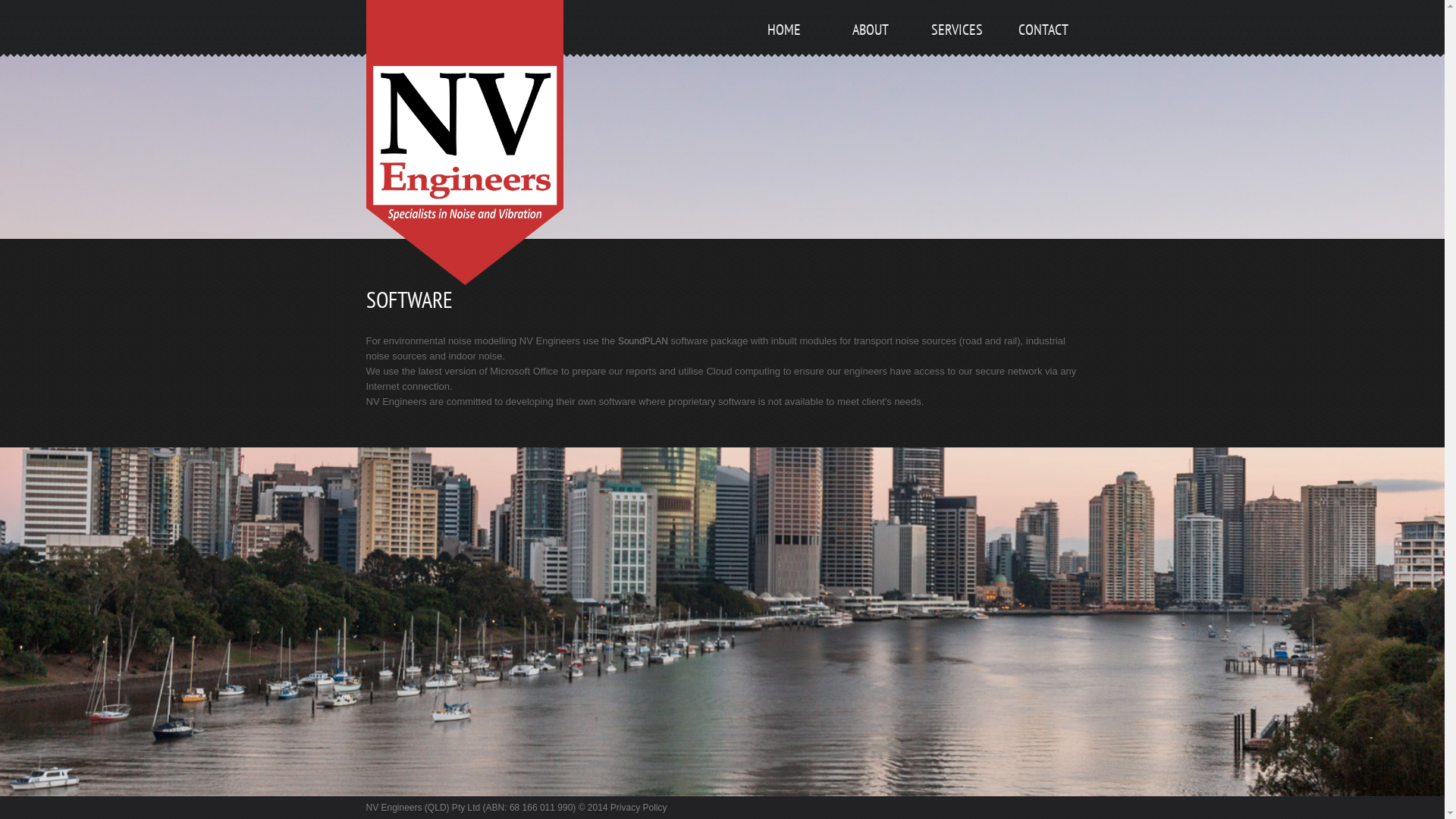 The image size is (1456, 819). Describe the element at coordinates (643, 341) in the screenshot. I see `'SoundPLAN'` at that location.